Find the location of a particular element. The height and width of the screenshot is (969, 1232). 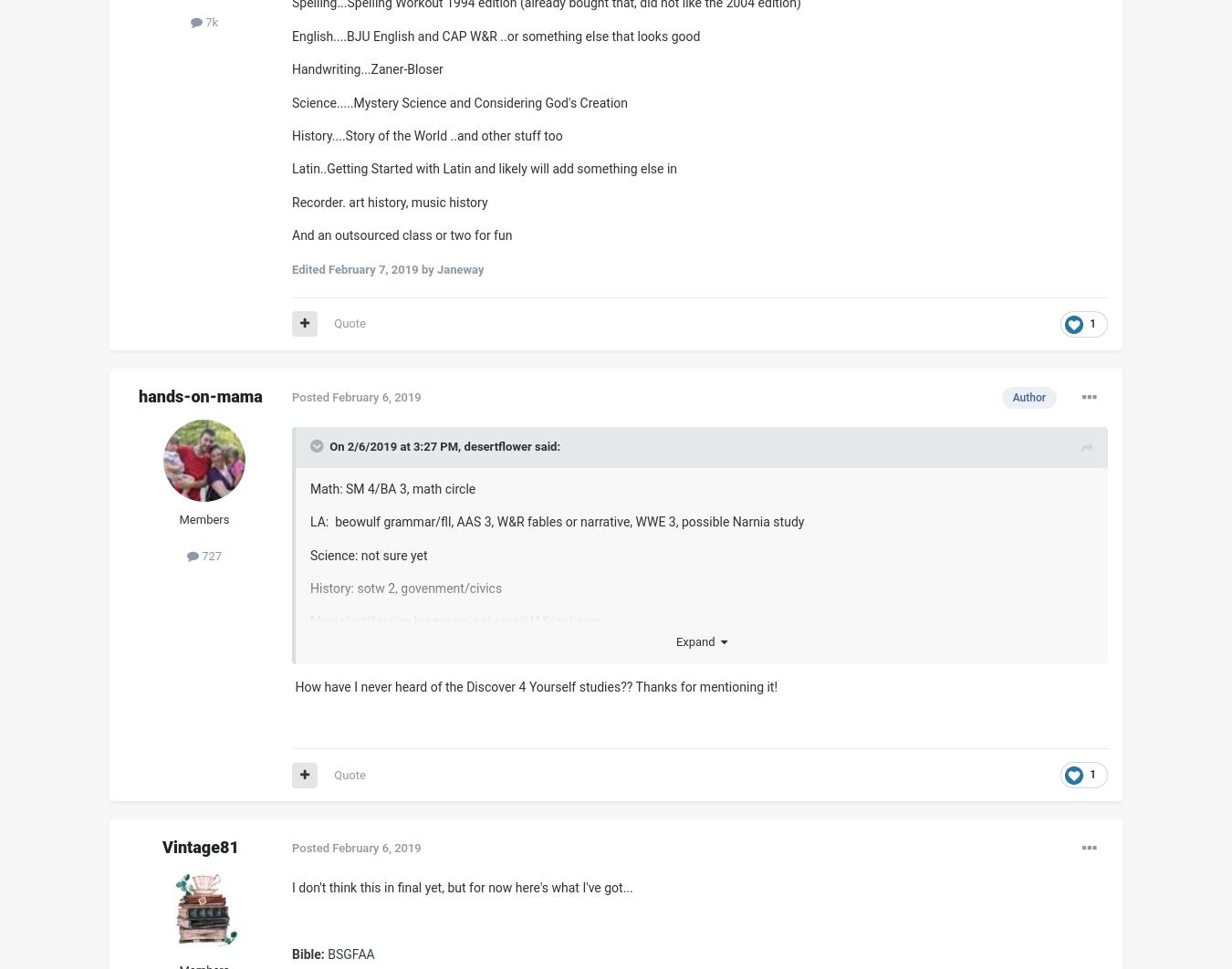

'Vintage81' is located at coordinates (200, 846).